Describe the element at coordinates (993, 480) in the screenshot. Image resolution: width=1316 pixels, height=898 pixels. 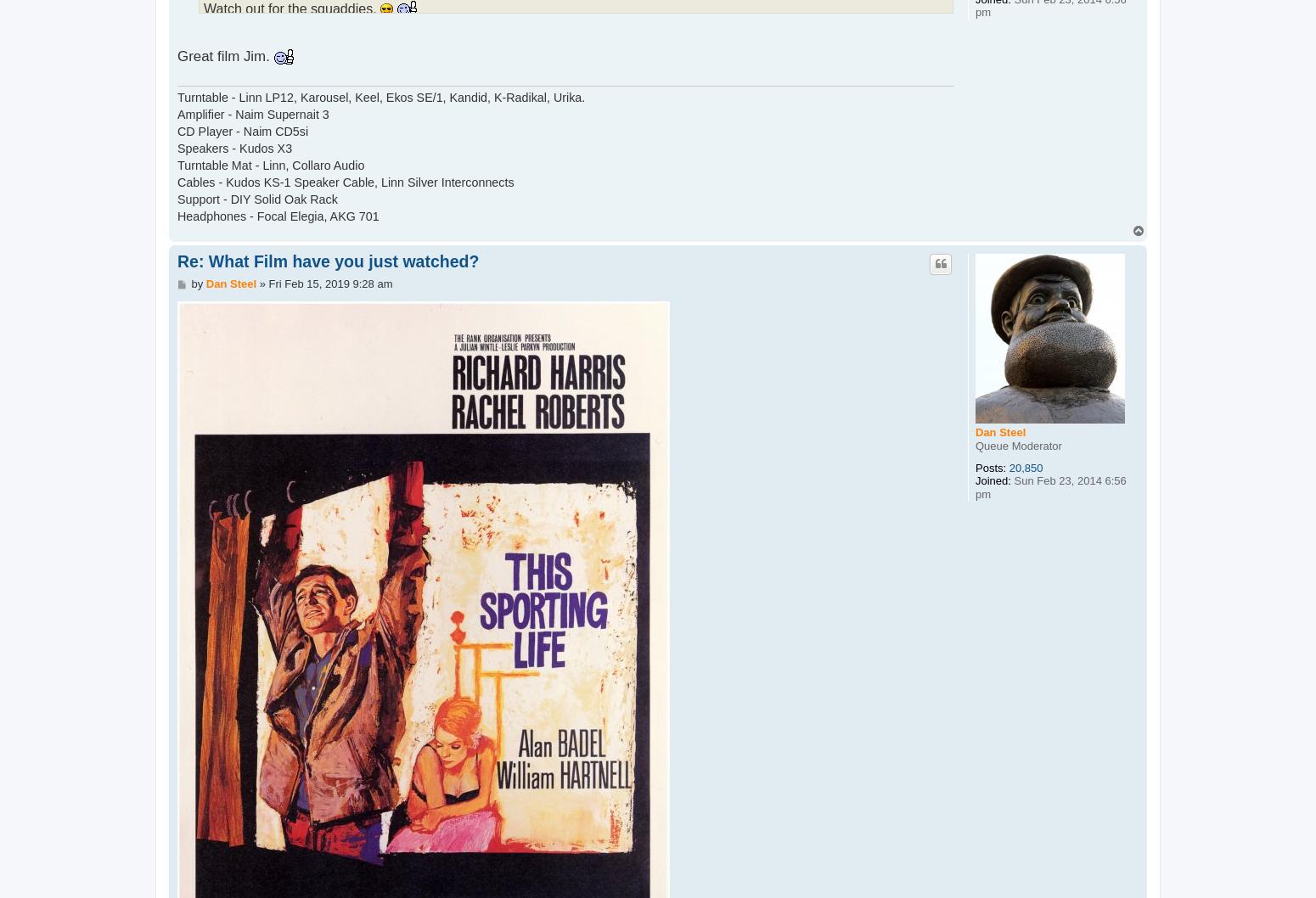
I see `'Joined:'` at that location.